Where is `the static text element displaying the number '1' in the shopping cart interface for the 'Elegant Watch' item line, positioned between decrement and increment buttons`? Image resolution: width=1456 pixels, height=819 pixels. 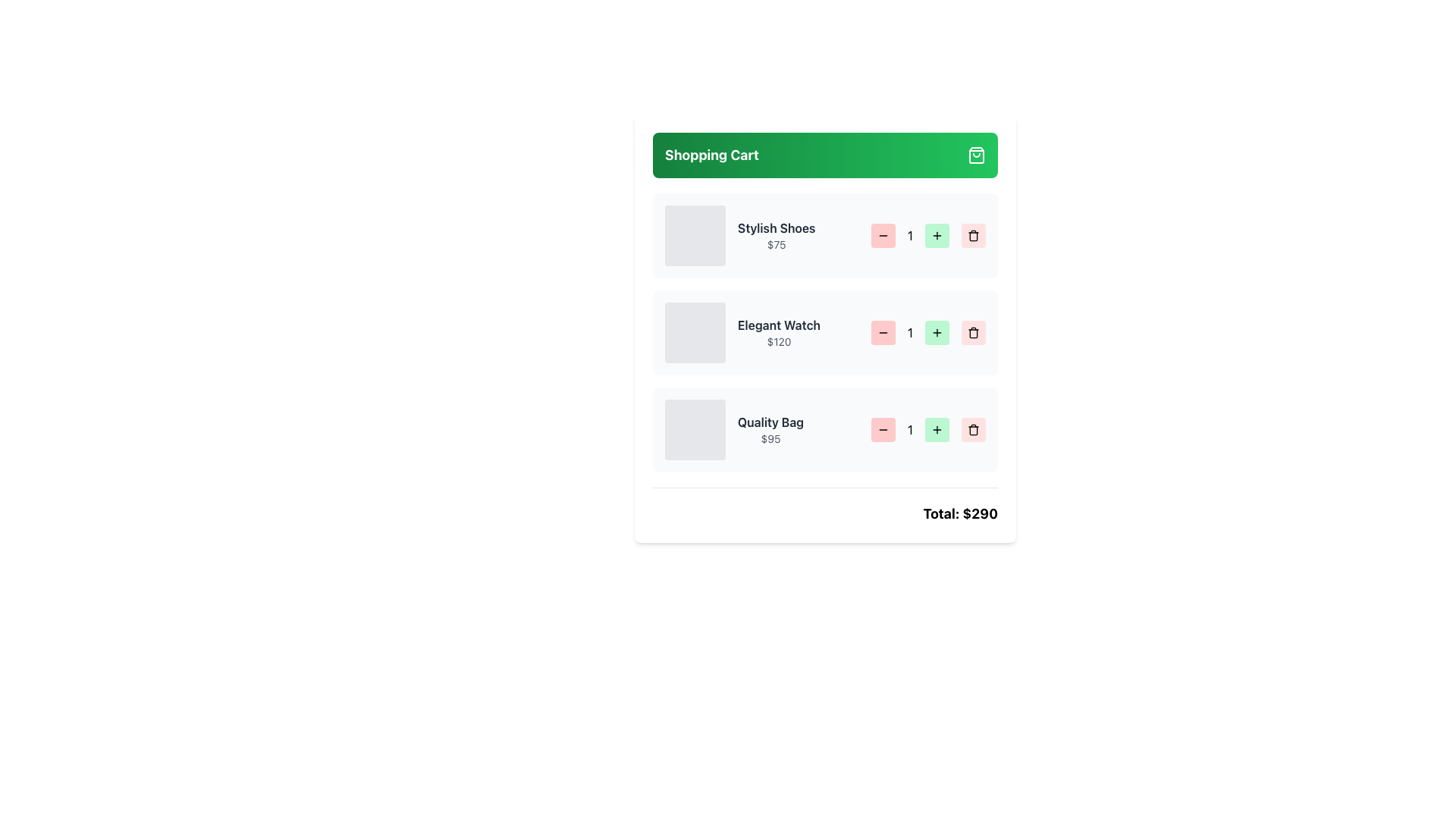
the static text element displaying the number '1' in the shopping cart interface for the 'Elegant Watch' item line, positioned between decrement and increment buttons is located at coordinates (910, 332).